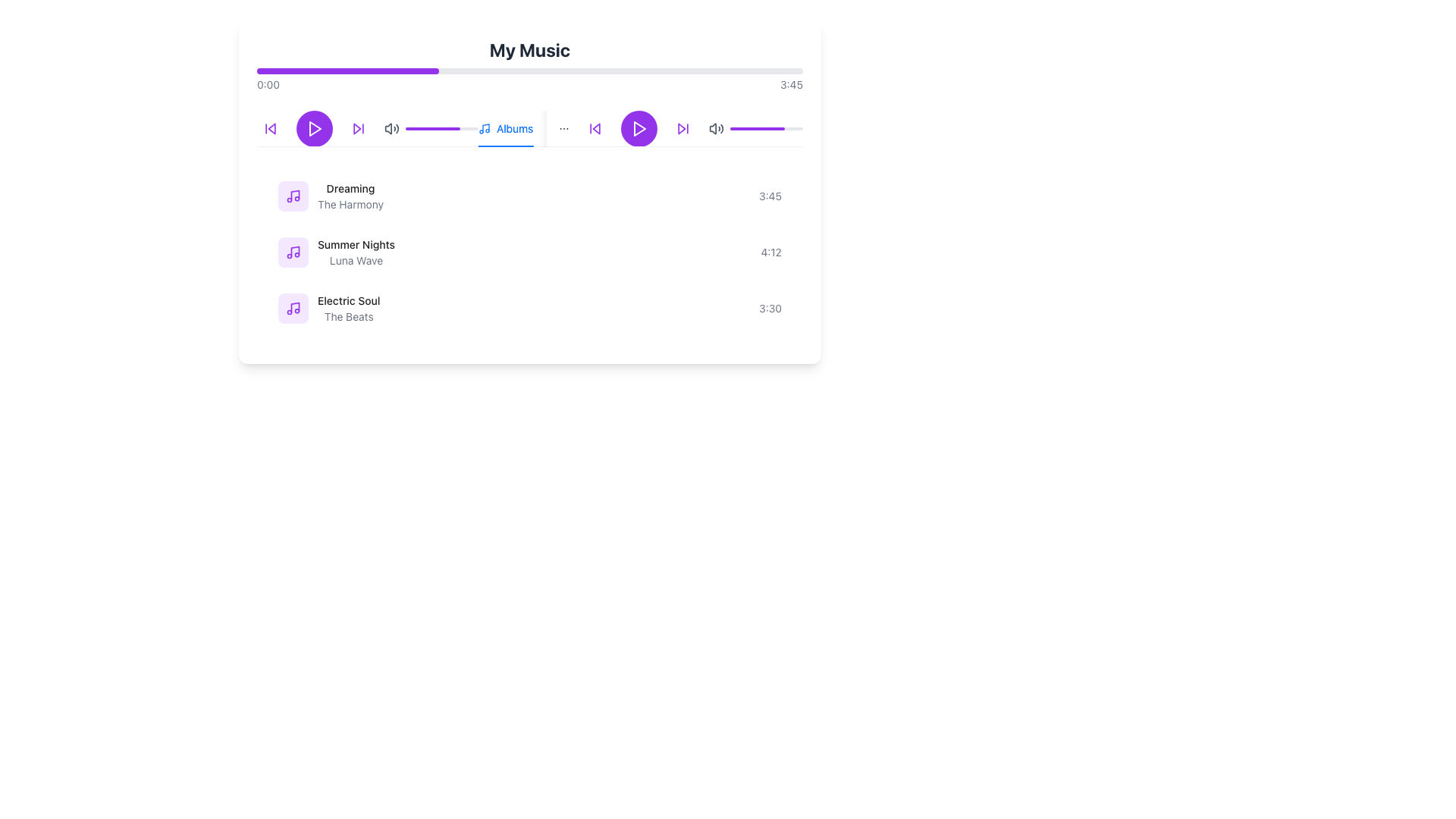 The height and width of the screenshot is (819, 1456). I want to click on the leftmost subcomponent of the volume control icon in the music player interface, so click(388, 127).